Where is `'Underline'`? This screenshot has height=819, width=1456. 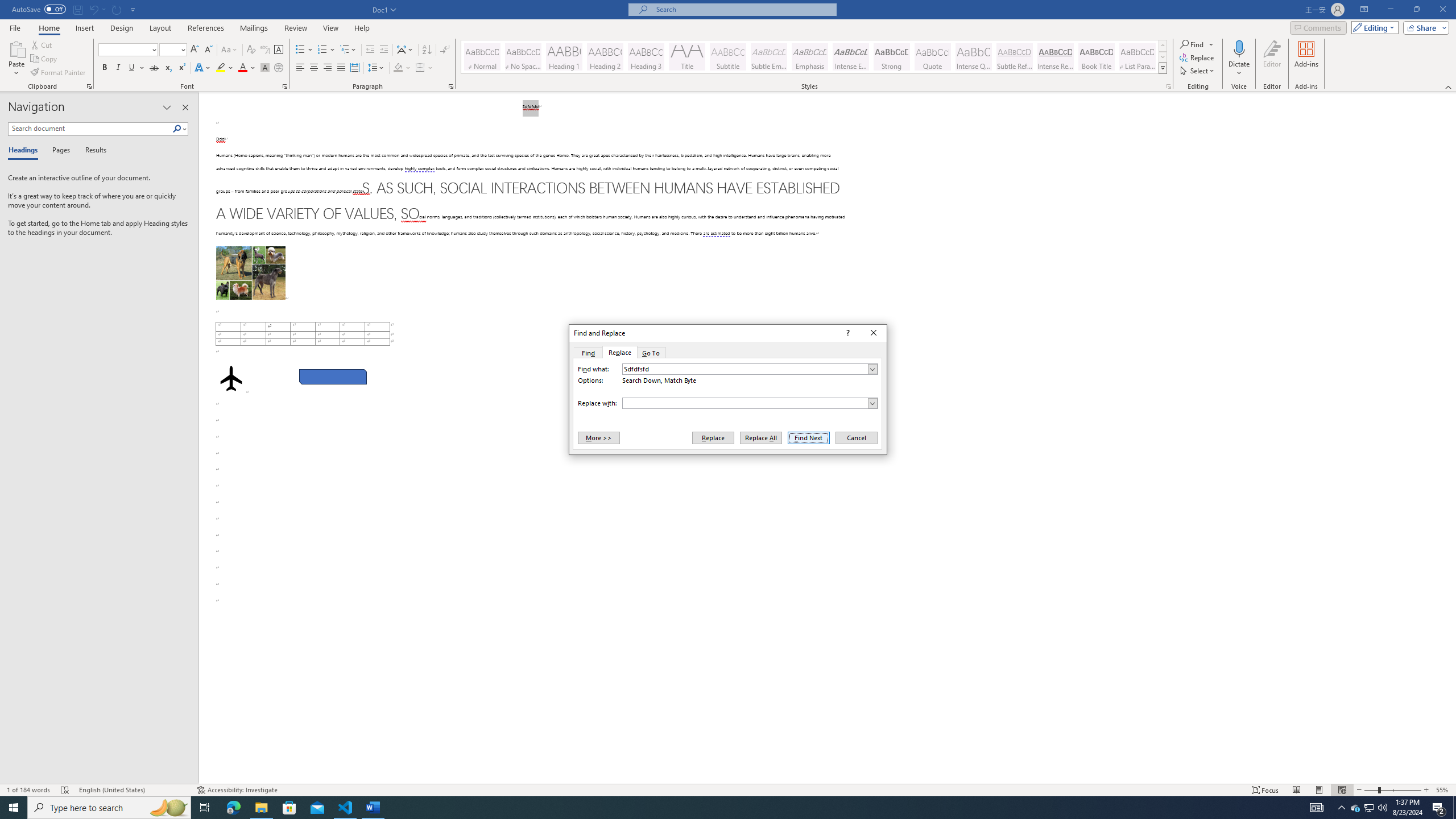
'Underline' is located at coordinates (131, 67).